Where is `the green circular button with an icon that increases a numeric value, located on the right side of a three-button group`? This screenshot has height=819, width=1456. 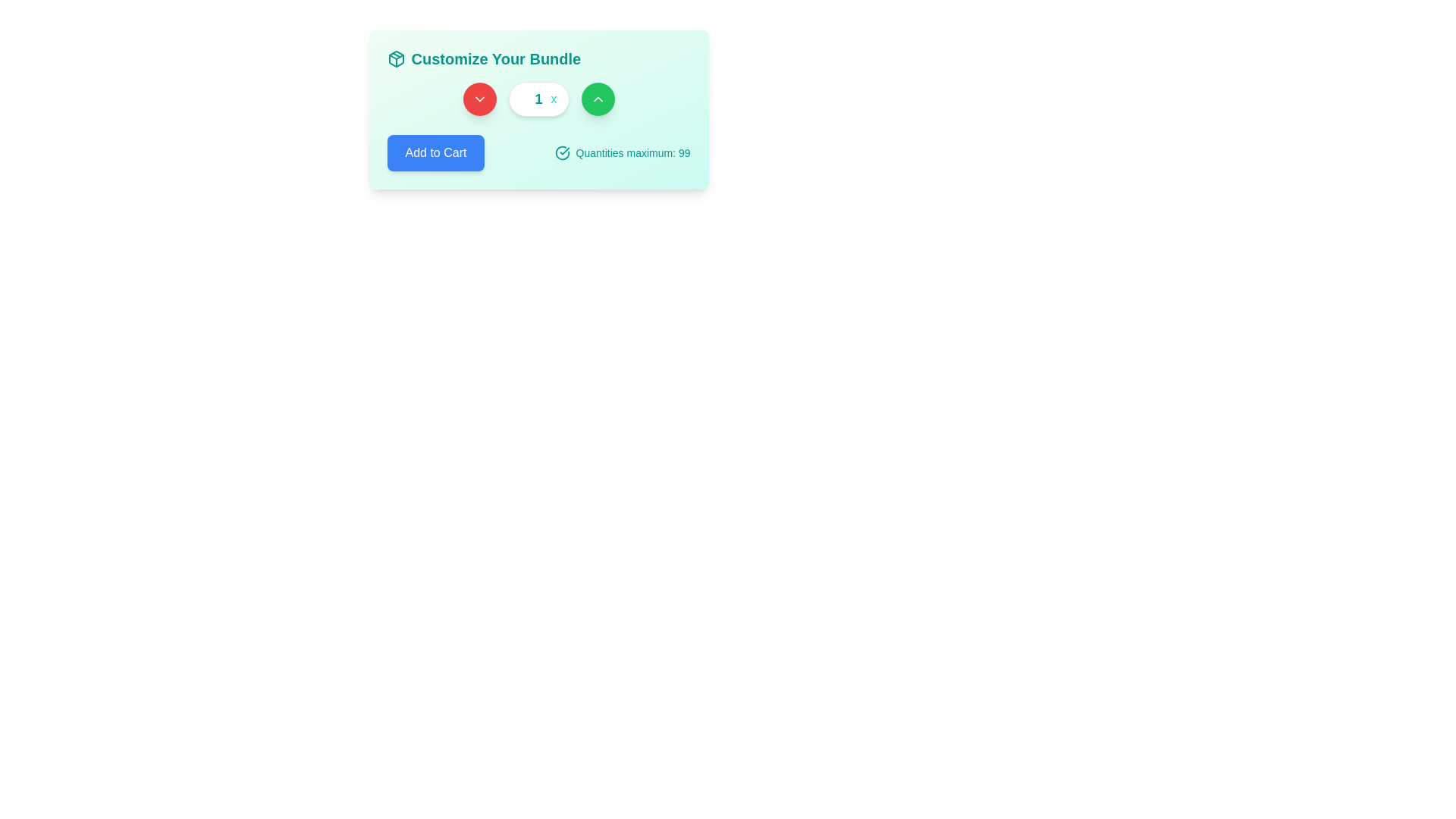 the green circular button with an icon that increases a numeric value, located on the right side of a three-button group is located at coordinates (597, 99).